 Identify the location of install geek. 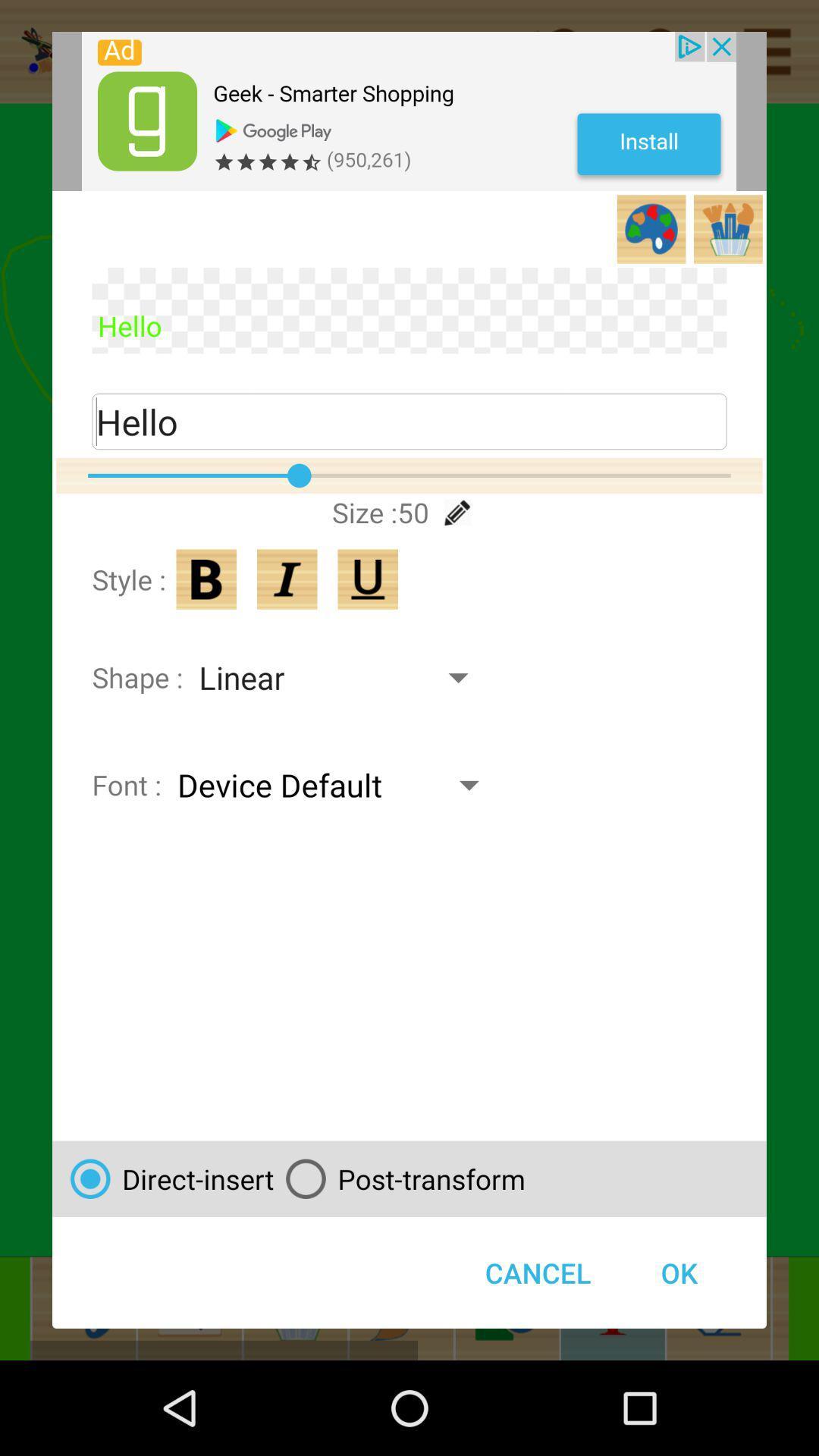
(408, 111).